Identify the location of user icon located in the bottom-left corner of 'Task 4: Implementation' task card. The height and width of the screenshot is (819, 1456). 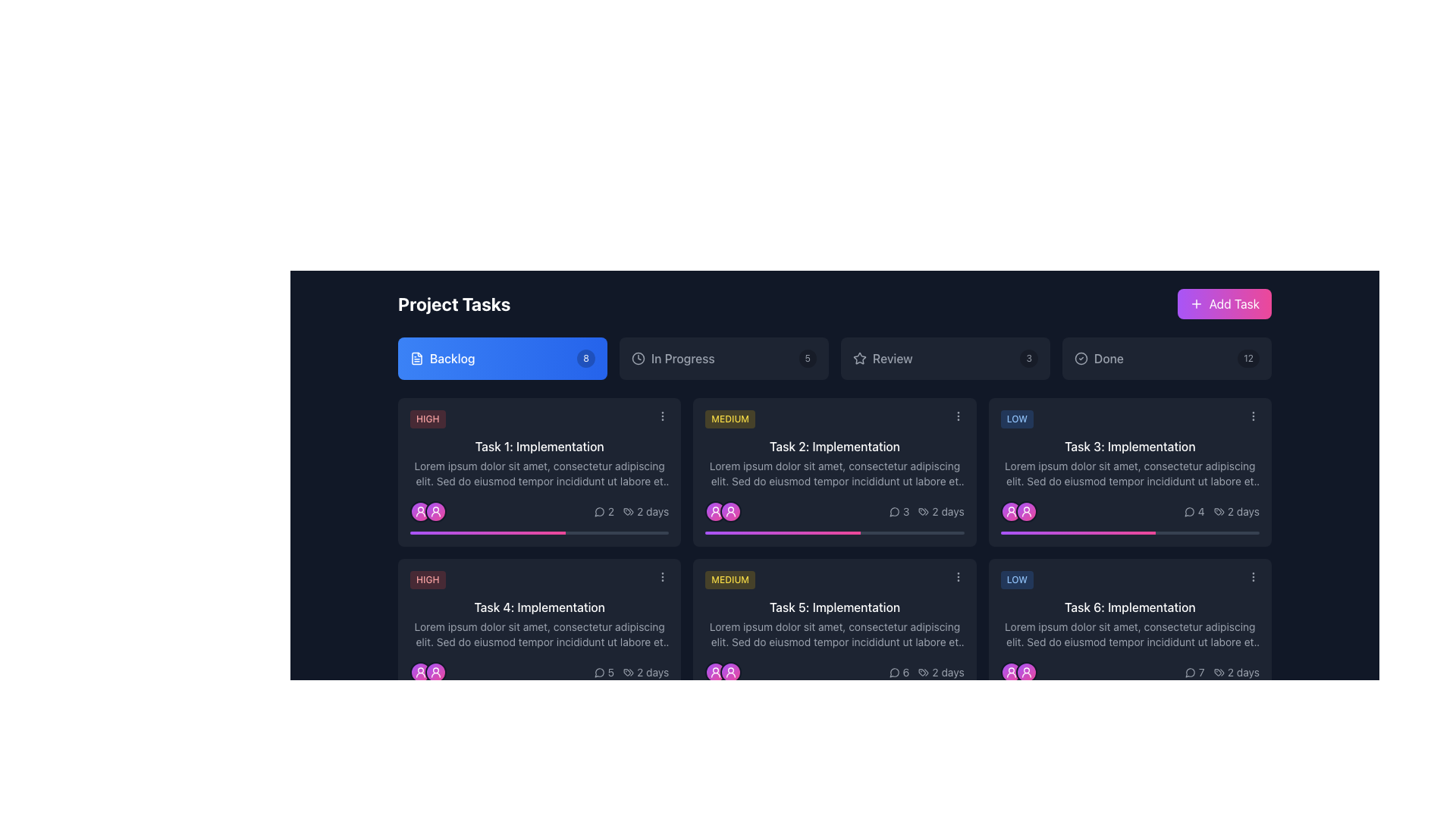
(435, 672).